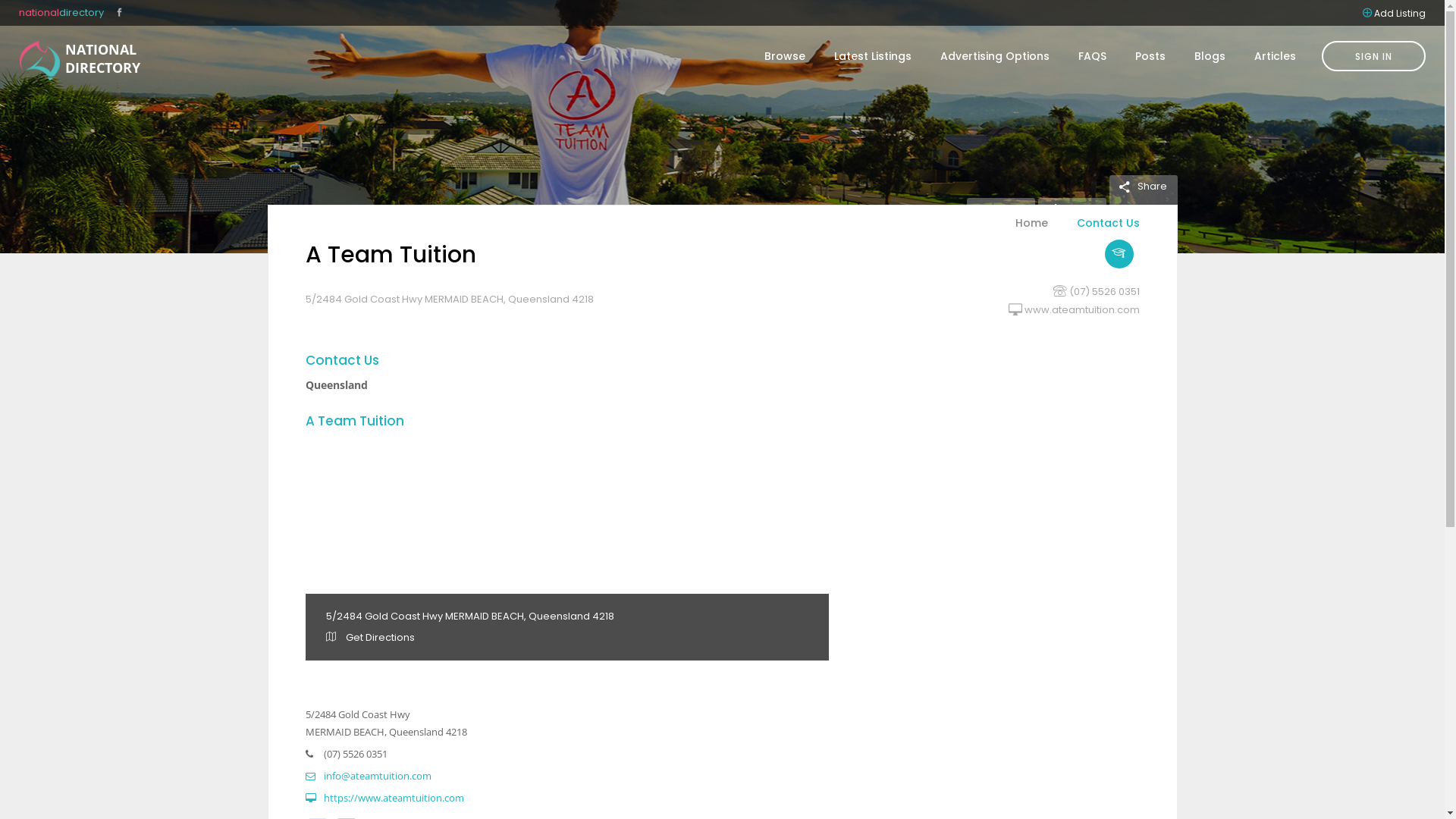 The width and height of the screenshot is (1456, 819). Describe the element at coordinates (785, 55) in the screenshot. I see `'Browse'` at that location.